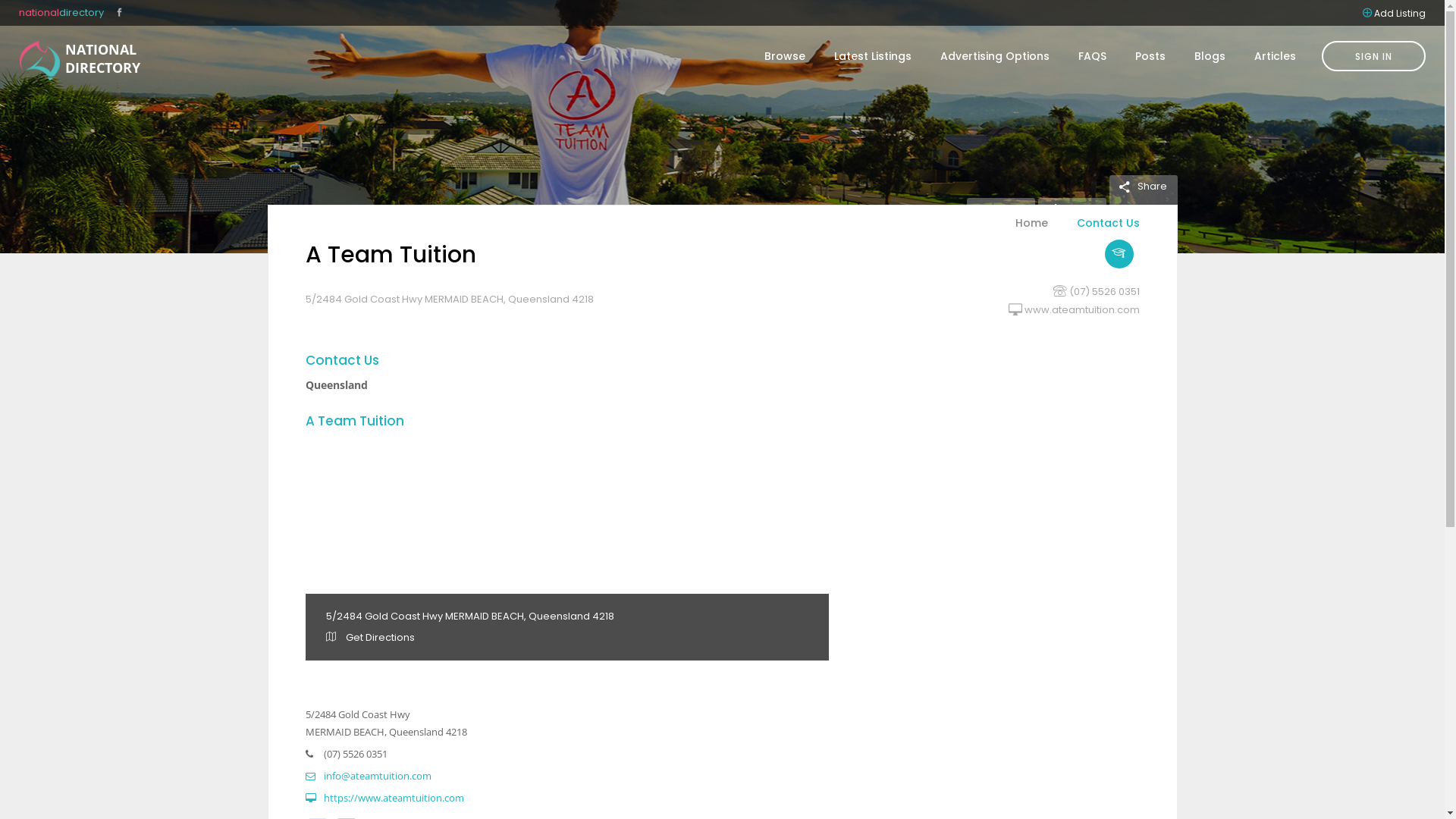 The width and height of the screenshot is (1456, 819). Describe the element at coordinates (785, 55) in the screenshot. I see `'Browse'` at that location.